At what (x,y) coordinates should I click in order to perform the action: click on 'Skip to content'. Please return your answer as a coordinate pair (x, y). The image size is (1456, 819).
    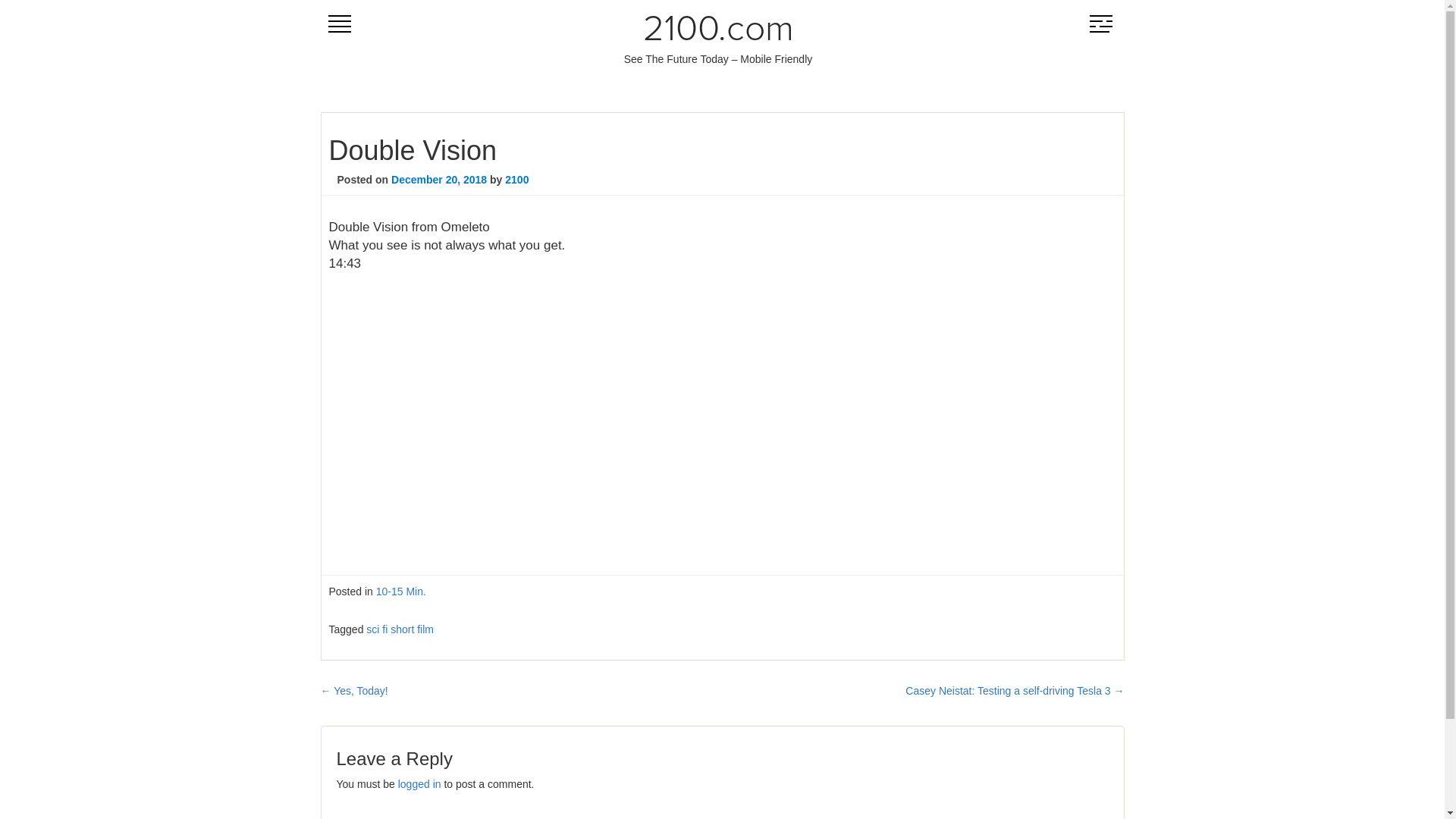
    Looking at the image, I should click on (319, 22).